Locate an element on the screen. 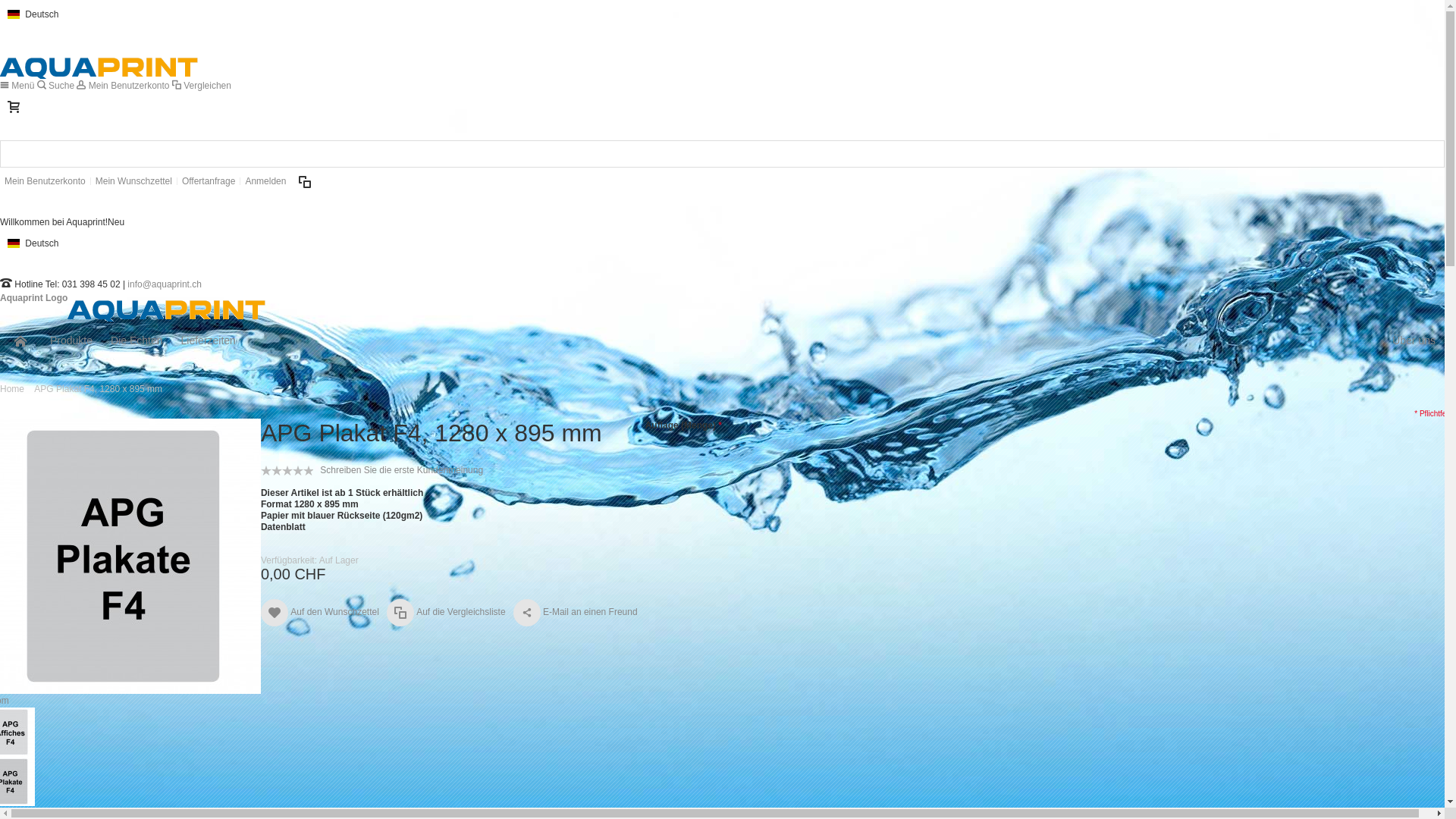  'Die Echten' is located at coordinates (136, 339).